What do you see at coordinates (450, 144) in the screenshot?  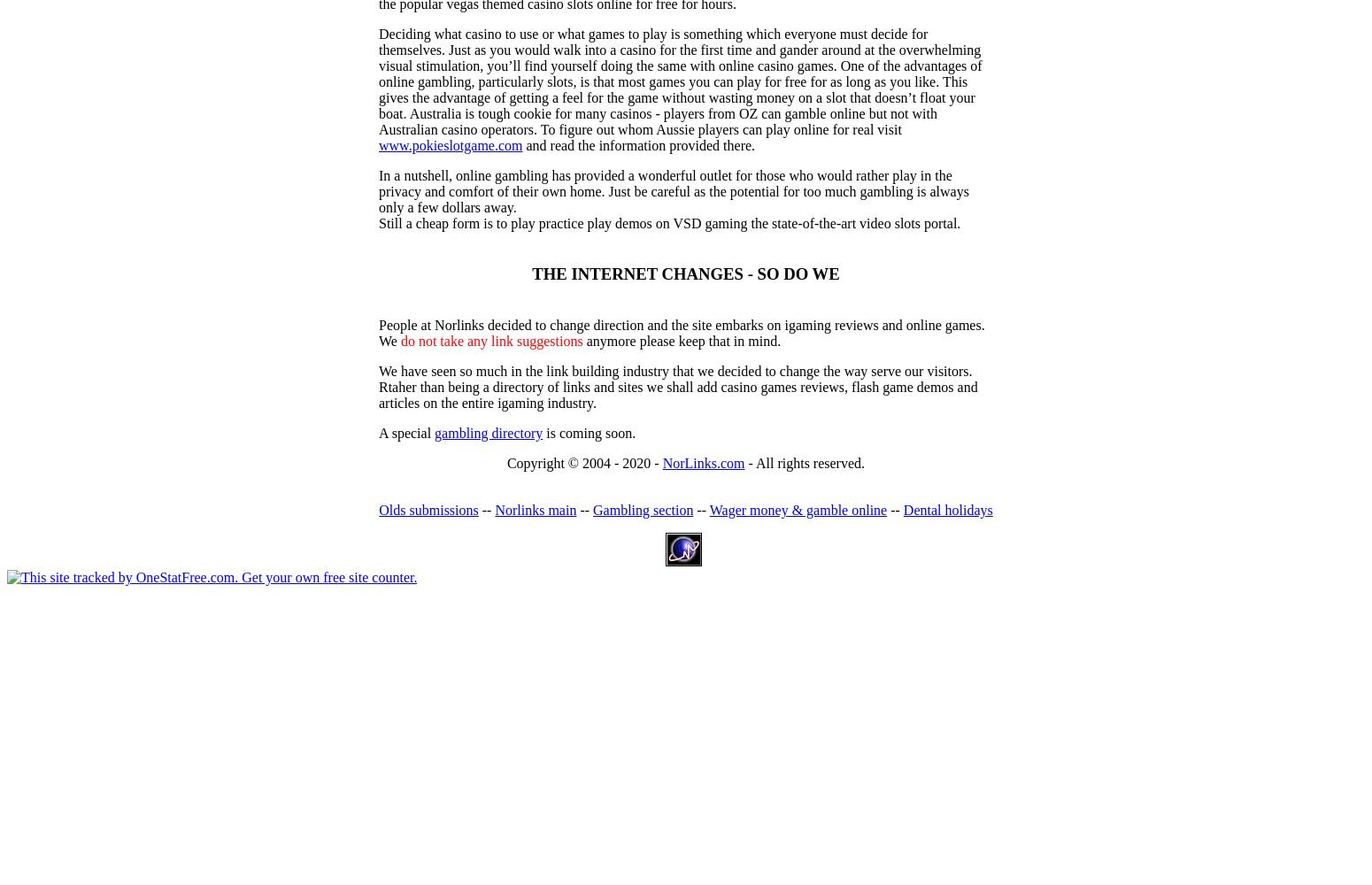 I see `'www.pokieslotgame.com'` at bounding box center [450, 144].